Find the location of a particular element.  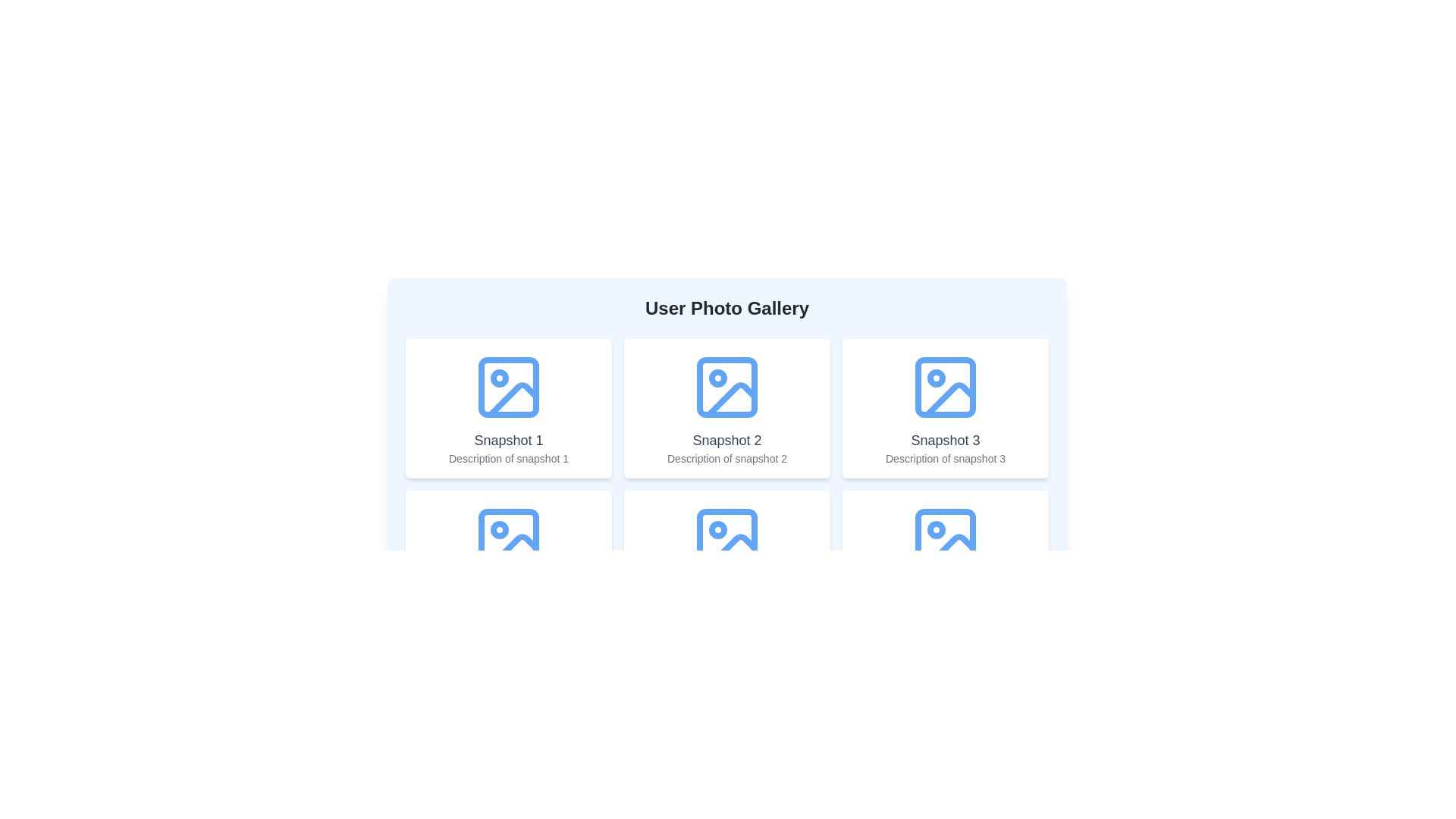

the card labeled 'Snapshot 3', which features a large blue image icon and is positioned is located at coordinates (945, 408).